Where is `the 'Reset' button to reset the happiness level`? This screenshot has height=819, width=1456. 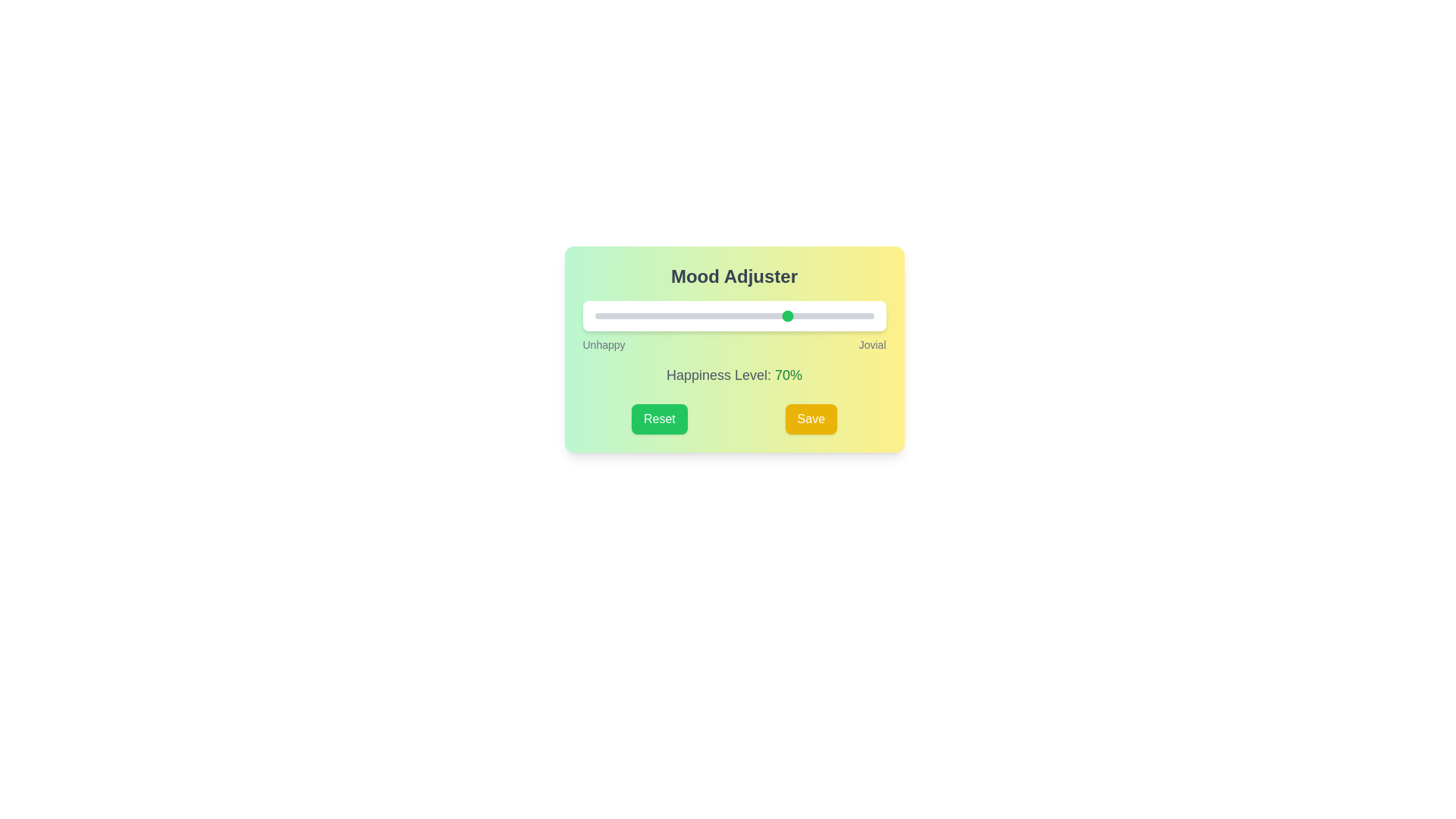 the 'Reset' button to reset the happiness level is located at coordinates (659, 419).